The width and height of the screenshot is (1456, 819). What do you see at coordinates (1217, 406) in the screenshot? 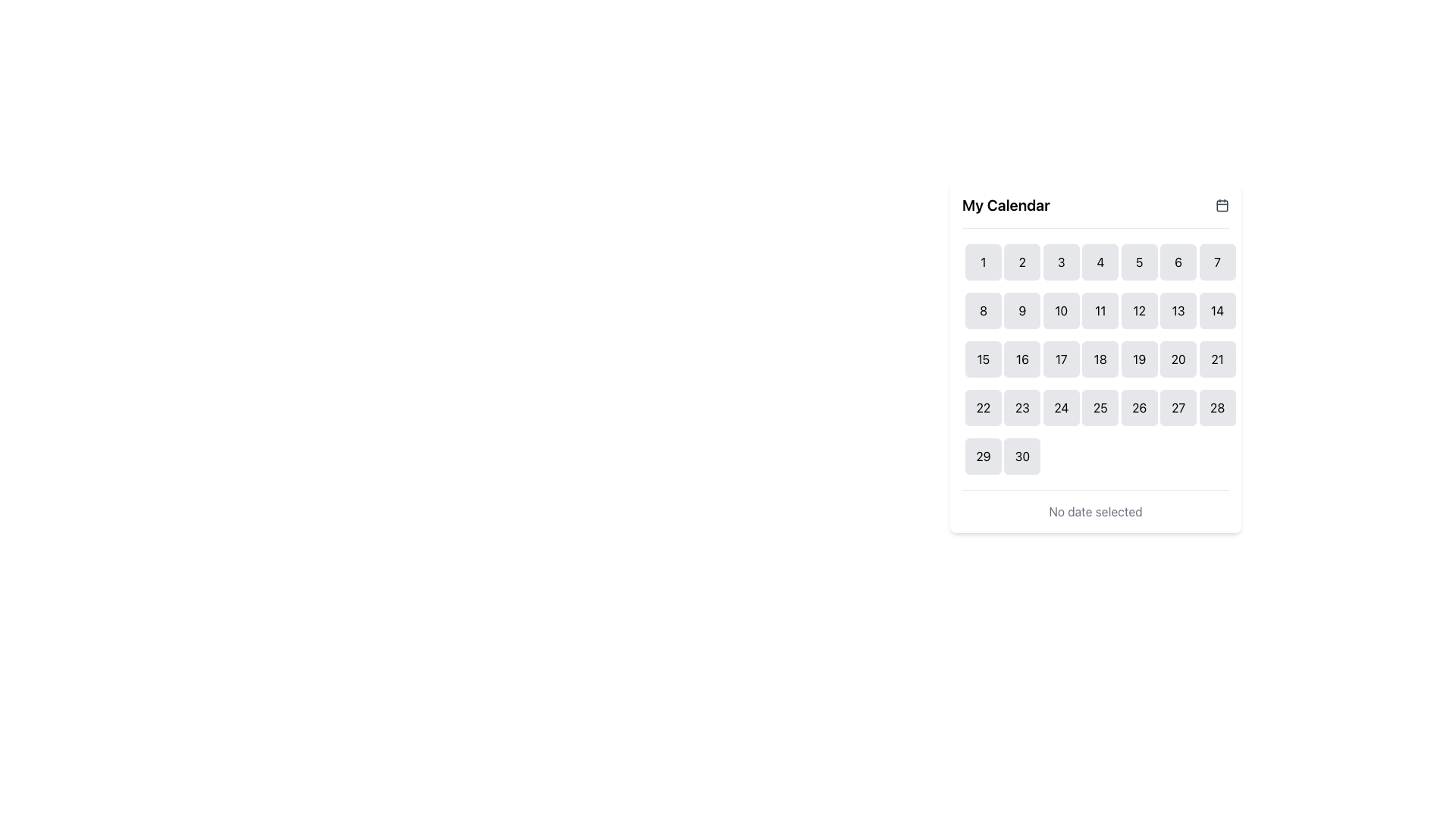
I see `the square-shaped button with rounded corners that has a light gray background and the text '28' centered in bold black font, located in the fifth row and seventh column of the calendar grid` at bounding box center [1217, 406].